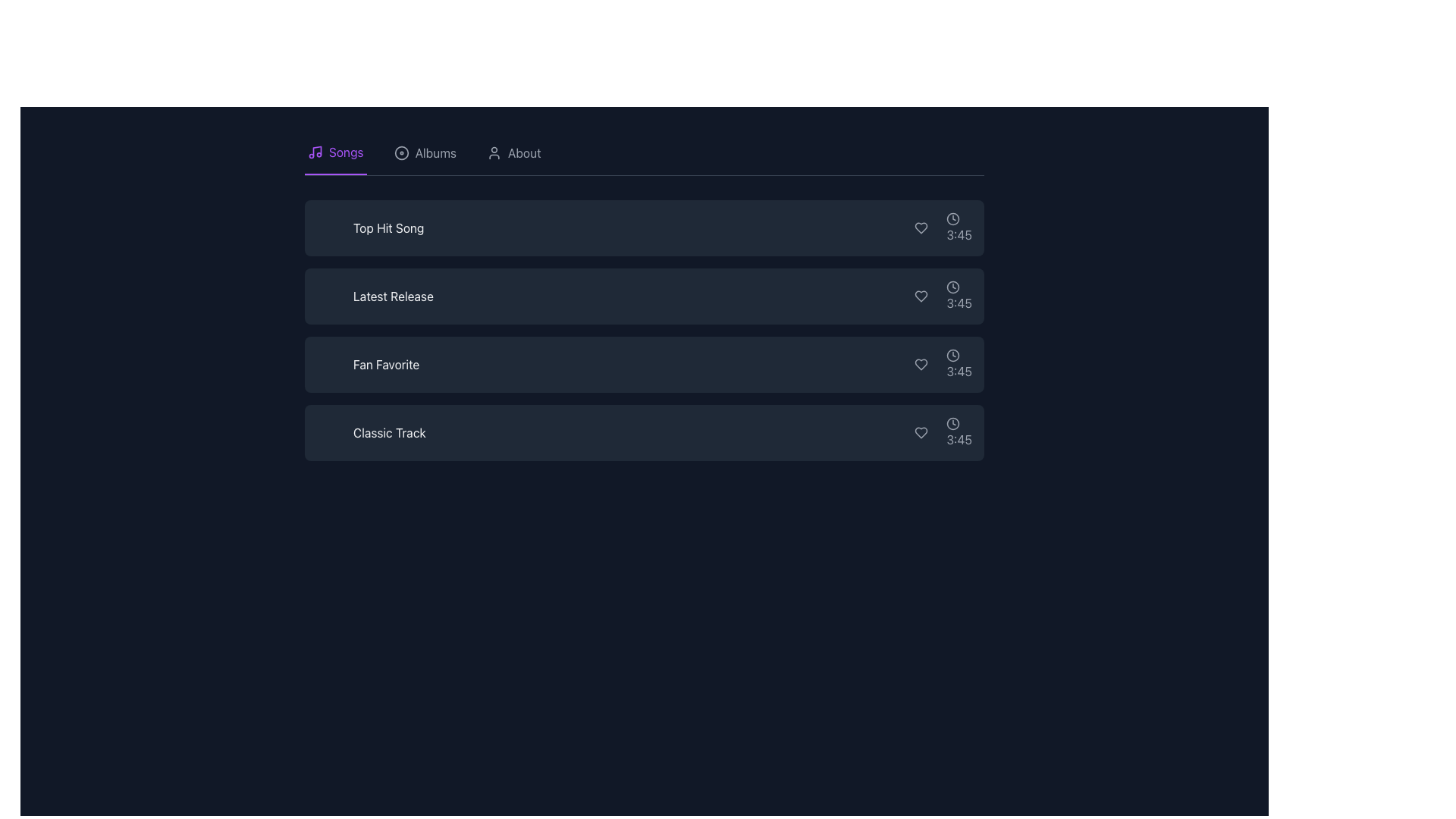 This screenshot has height=819, width=1456. What do you see at coordinates (388, 227) in the screenshot?
I see `text displayed in the Label element showing 'Top Hit Song' which is styled in white text on a dark background, positioned as the first item in a vertical list of song titles` at bounding box center [388, 227].